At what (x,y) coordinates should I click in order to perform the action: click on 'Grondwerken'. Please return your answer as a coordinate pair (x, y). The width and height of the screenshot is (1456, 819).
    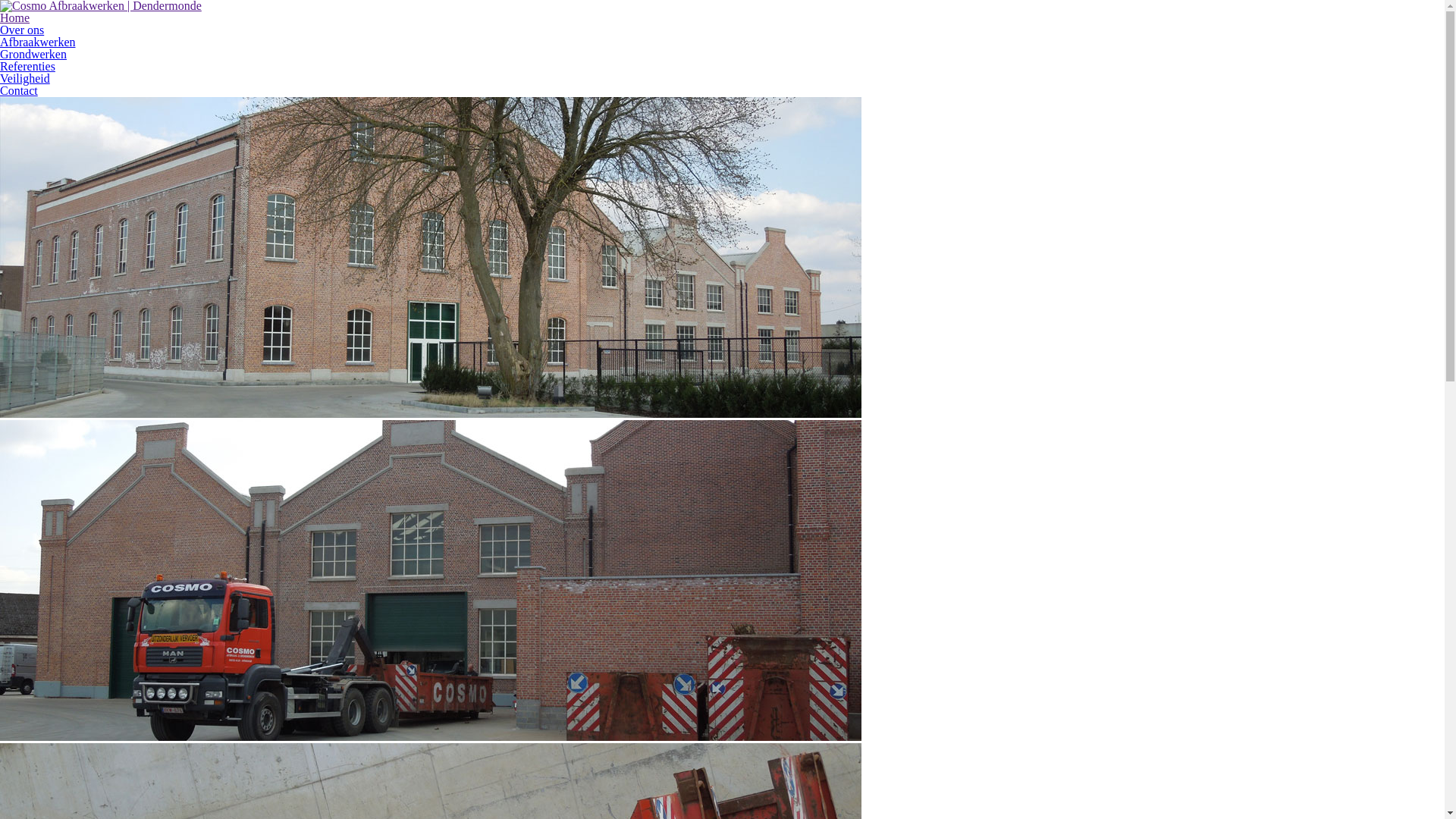
    Looking at the image, I should click on (33, 53).